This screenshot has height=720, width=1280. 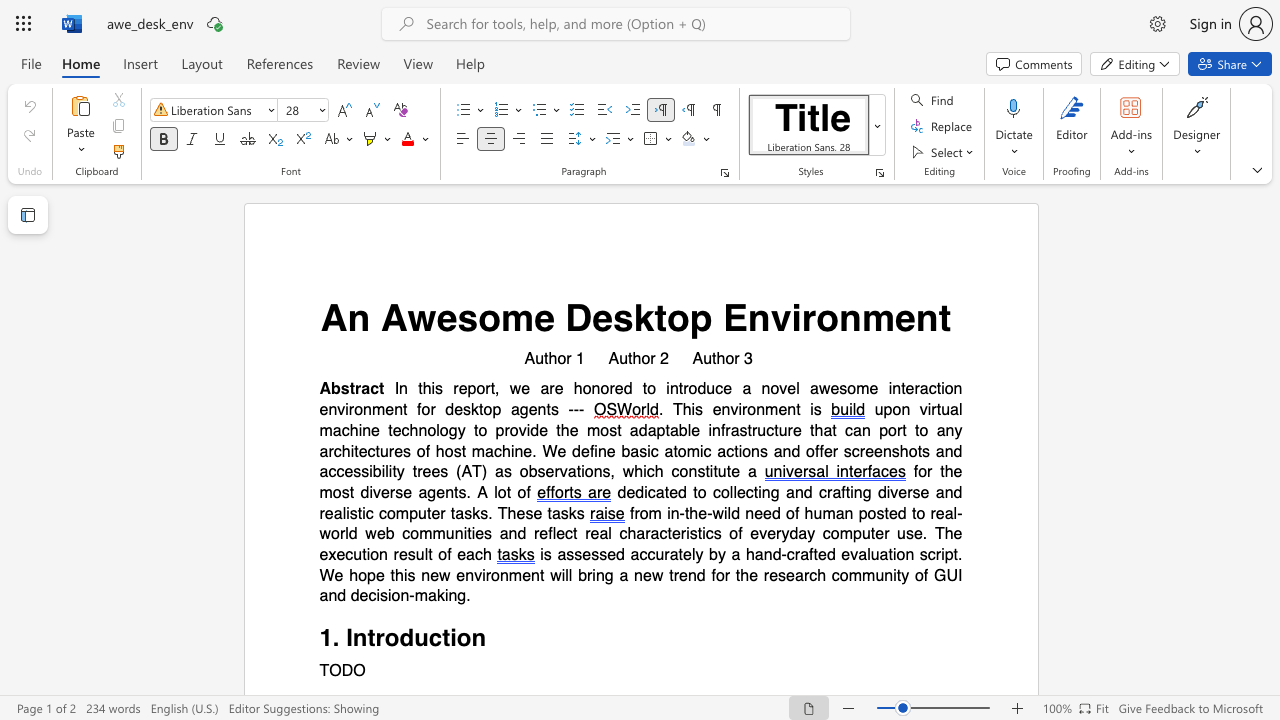 What do you see at coordinates (601, 317) in the screenshot?
I see `the 3th character "e" in the text` at bounding box center [601, 317].